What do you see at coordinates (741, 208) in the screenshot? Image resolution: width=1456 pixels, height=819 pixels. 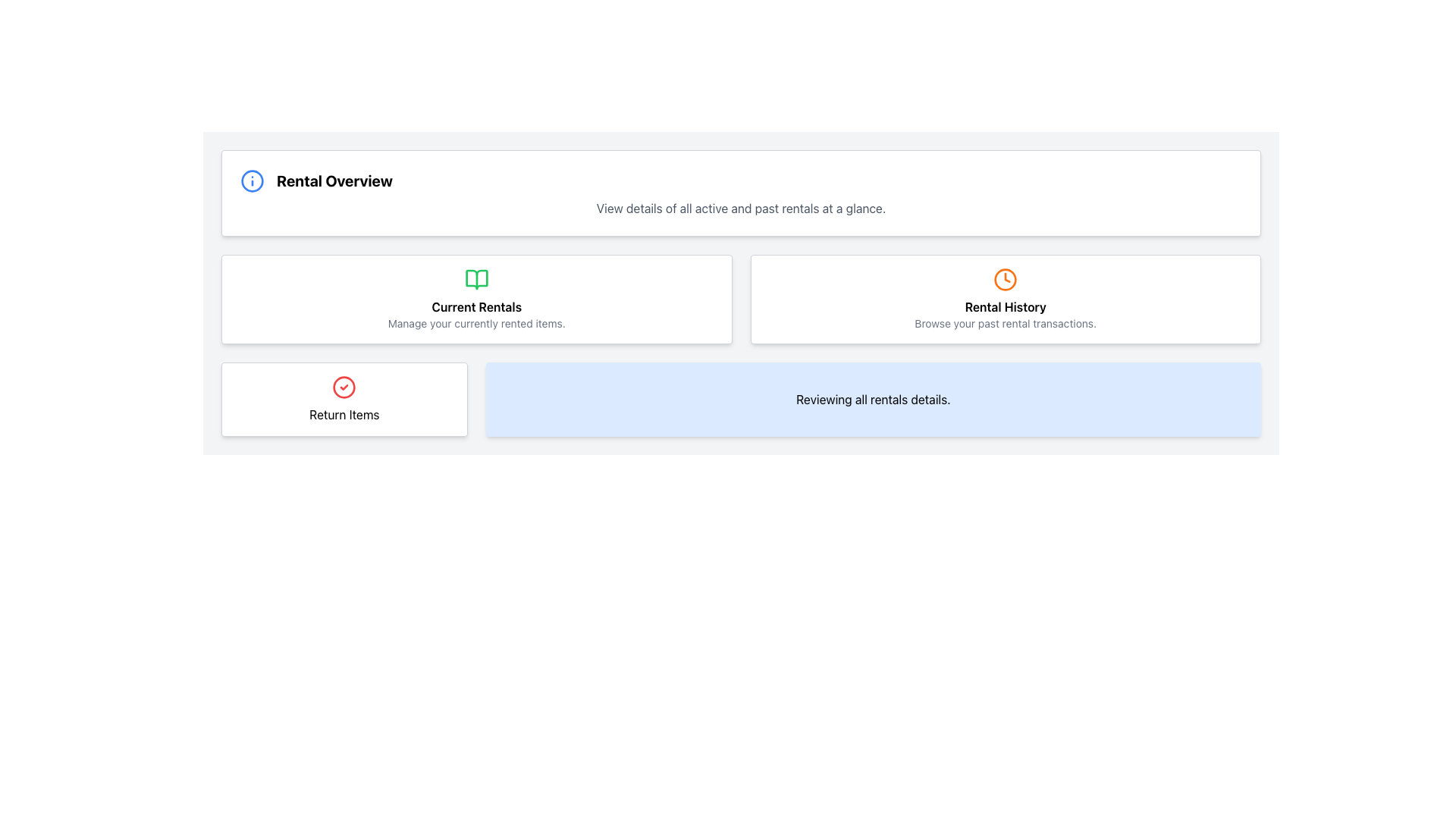 I see `the text content area displaying the message 'View details of all active and past rentals at a glance.' located directly below the bold title 'Rental Overview'` at bounding box center [741, 208].